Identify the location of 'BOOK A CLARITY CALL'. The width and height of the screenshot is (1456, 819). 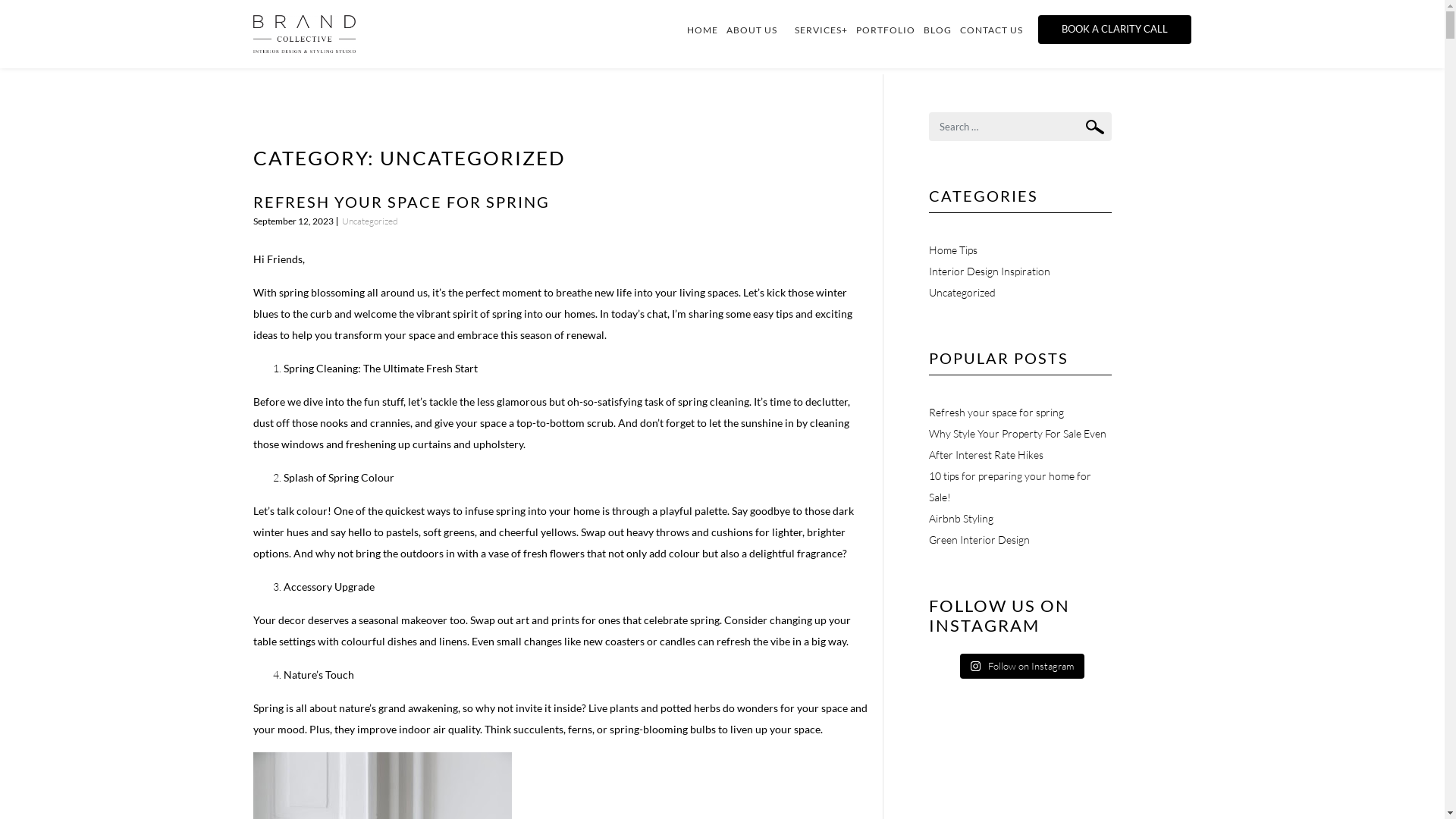
(1114, 29).